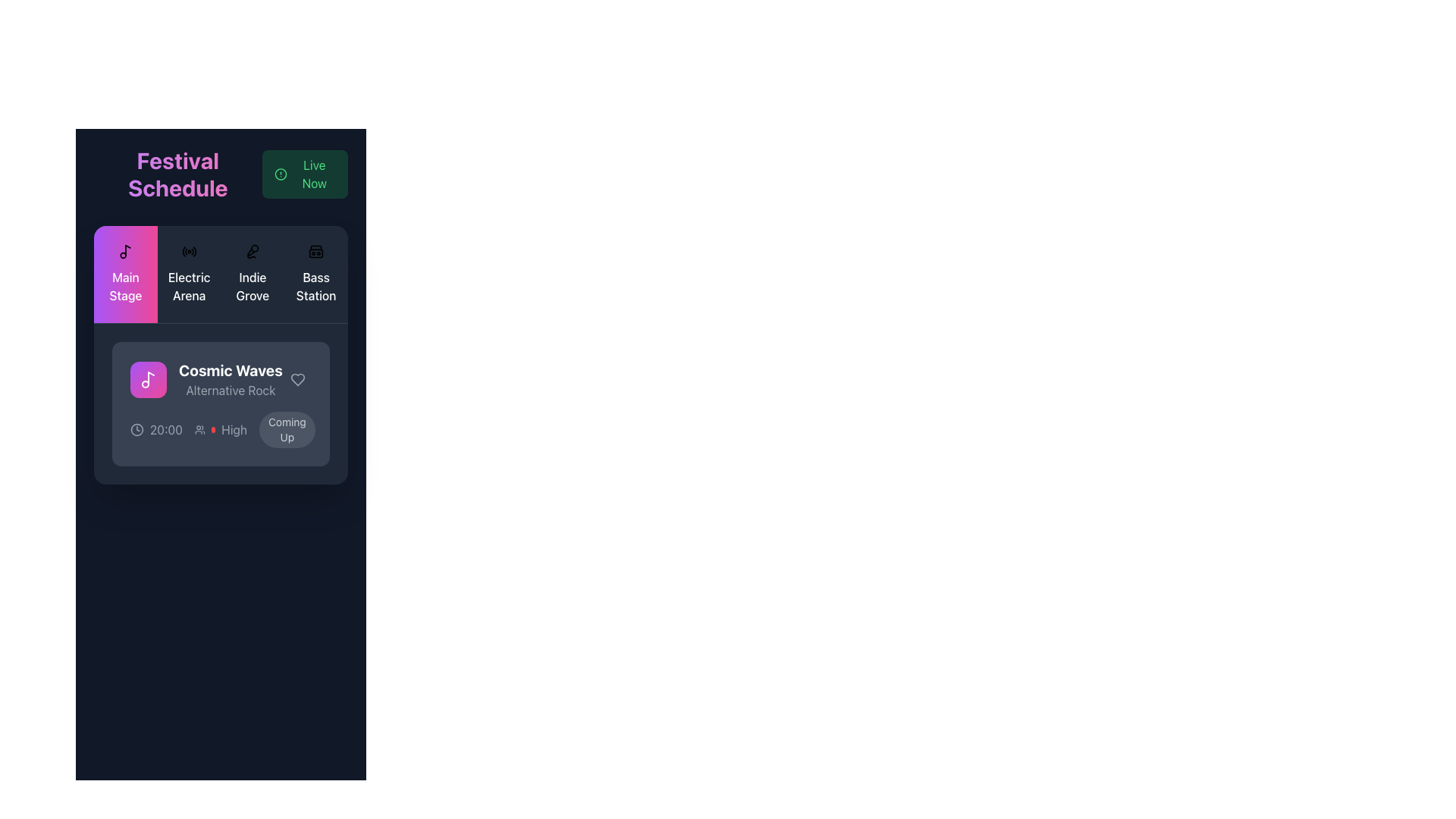 The width and height of the screenshot is (1456, 819). What do you see at coordinates (234, 430) in the screenshot?
I see `the text label displaying 'High' in light gray text, which is part of the 'Cosmic Waves' card in the 'Main Stage' section` at bounding box center [234, 430].